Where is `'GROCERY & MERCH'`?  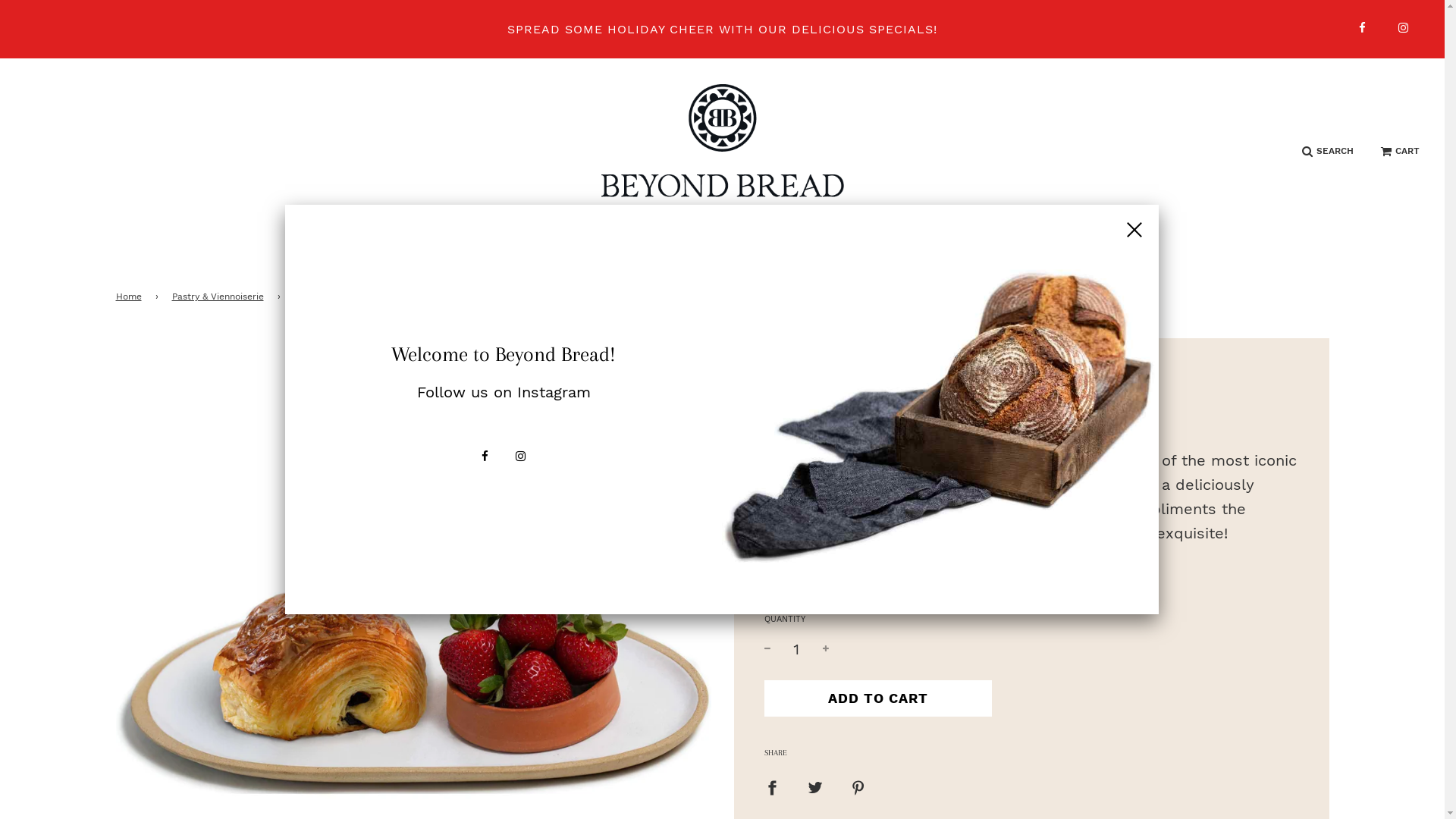
'GROCERY & MERCH' is located at coordinates (802, 252).